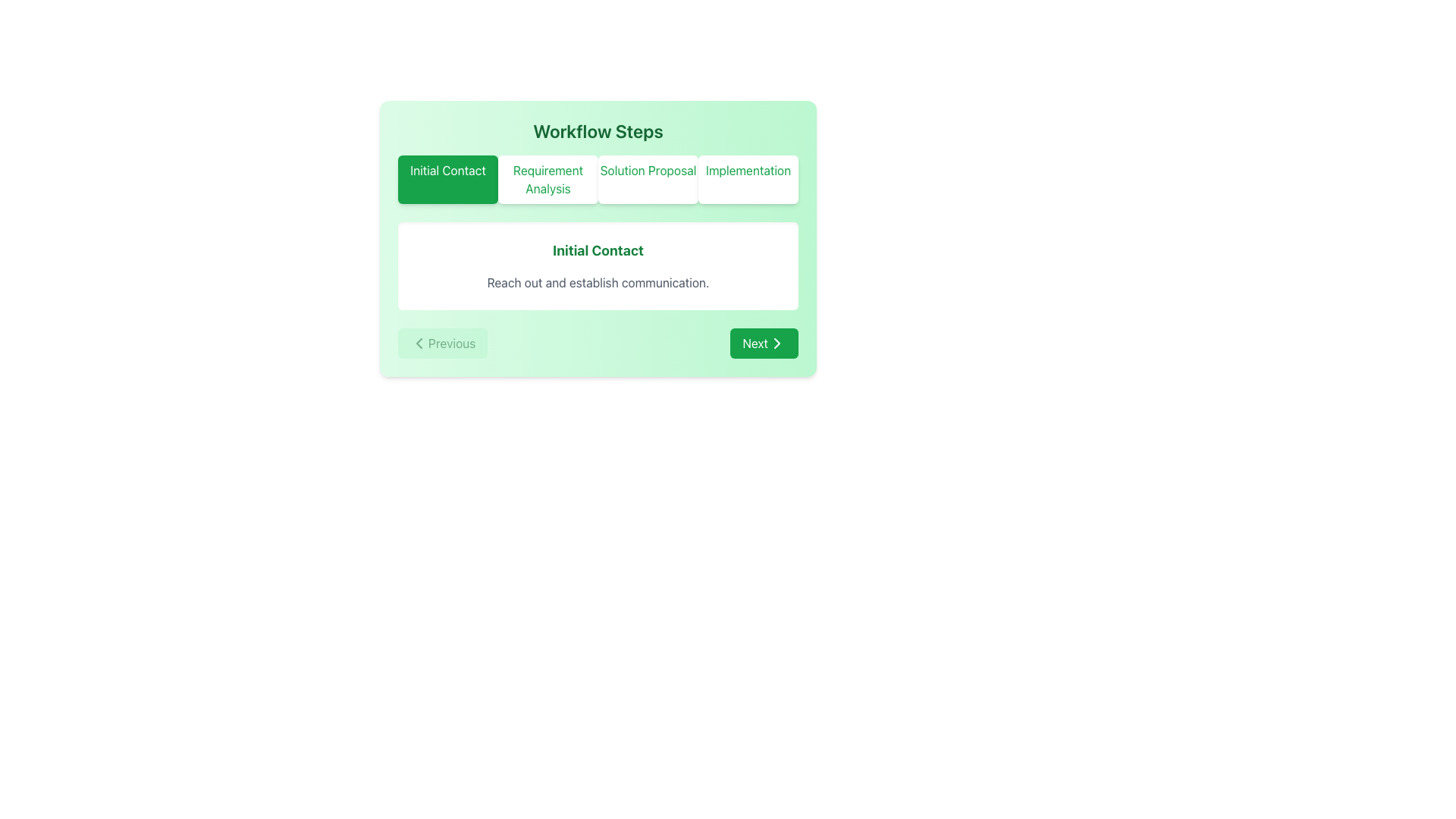 Image resolution: width=1456 pixels, height=819 pixels. I want to click on the Left-facing navigation arrow icon located within the 'Previous' button at the bottom-left corner of the workflow interface, so click(419, 343).